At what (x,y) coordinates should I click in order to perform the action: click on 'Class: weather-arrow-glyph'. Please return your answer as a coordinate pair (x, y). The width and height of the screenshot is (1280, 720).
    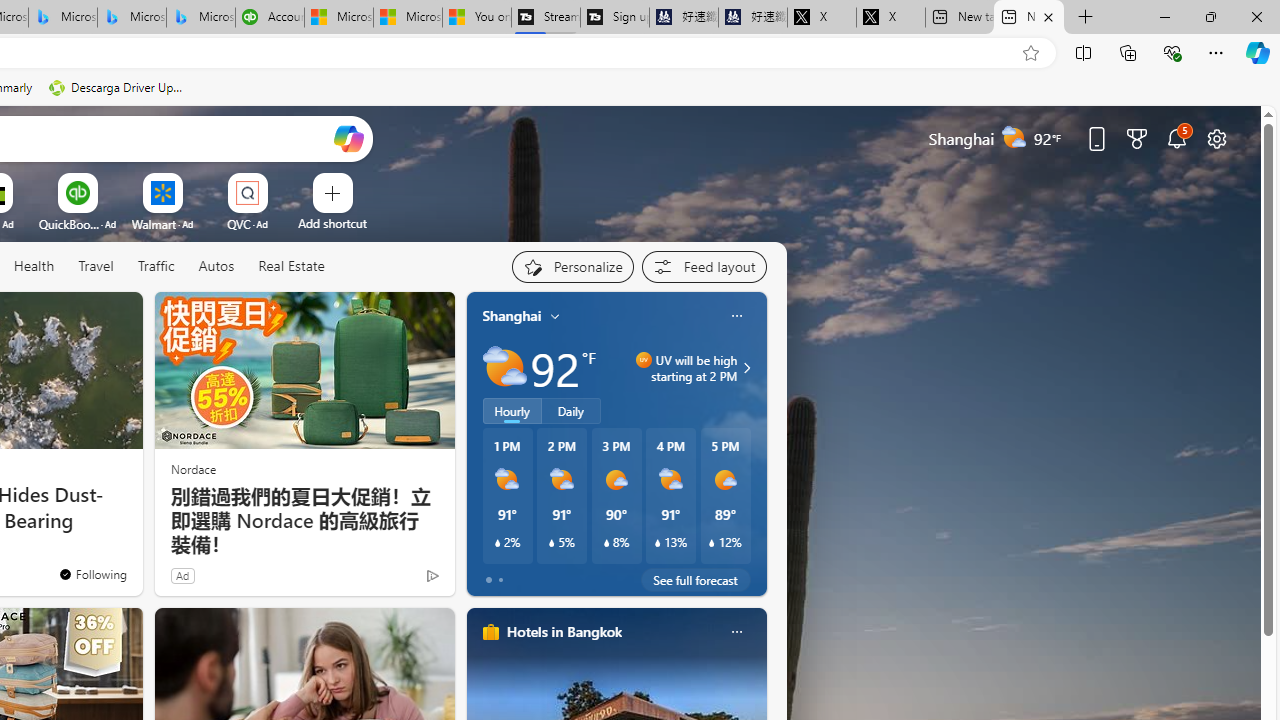
    Looking at the image, I should click on (745, 367).